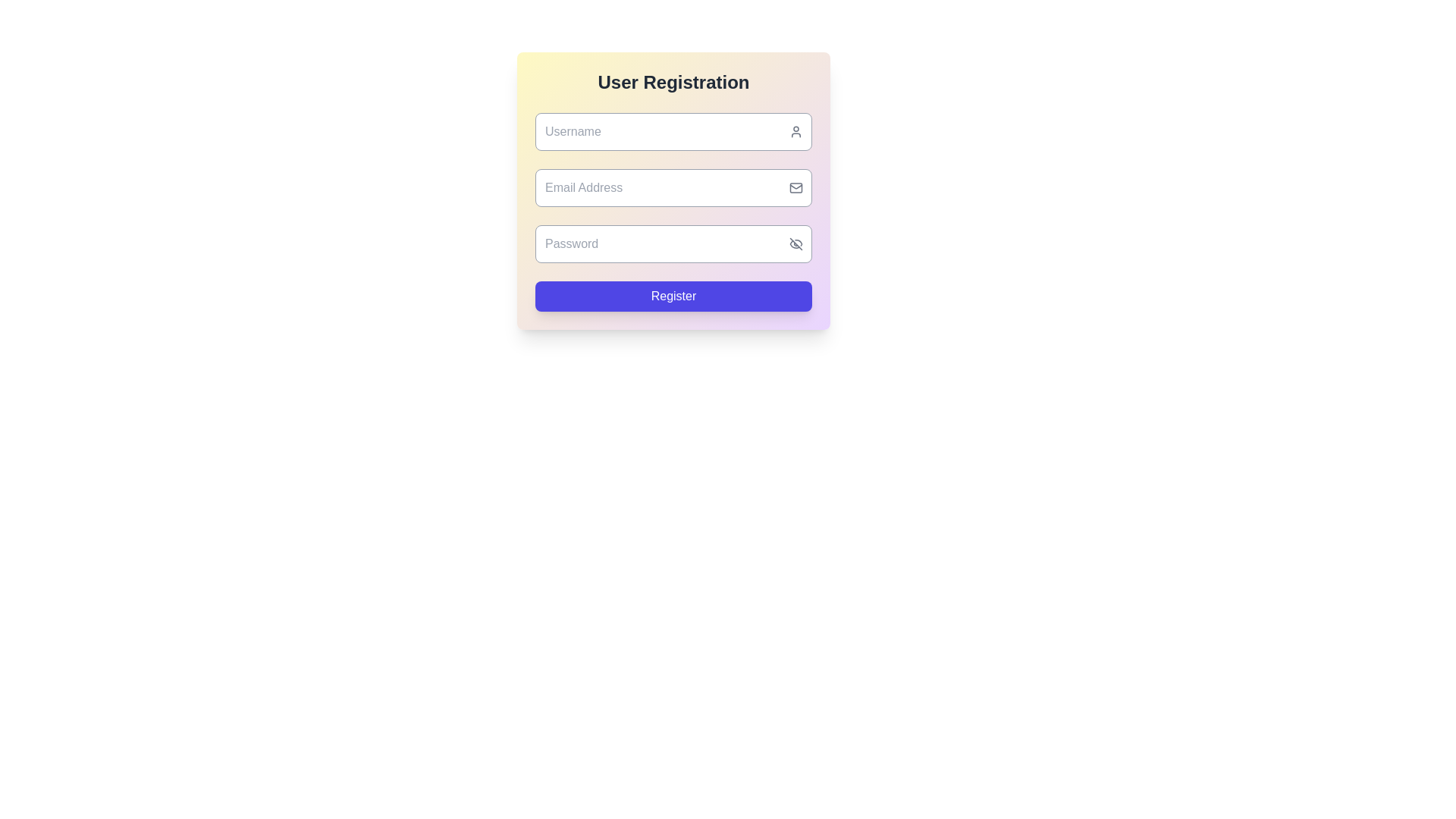  Describe the element at coordinates (795, 130) in the screenshot. I see `the visual indicator icon associated with the username input field, located at the right-middle side of the input box` at that location.